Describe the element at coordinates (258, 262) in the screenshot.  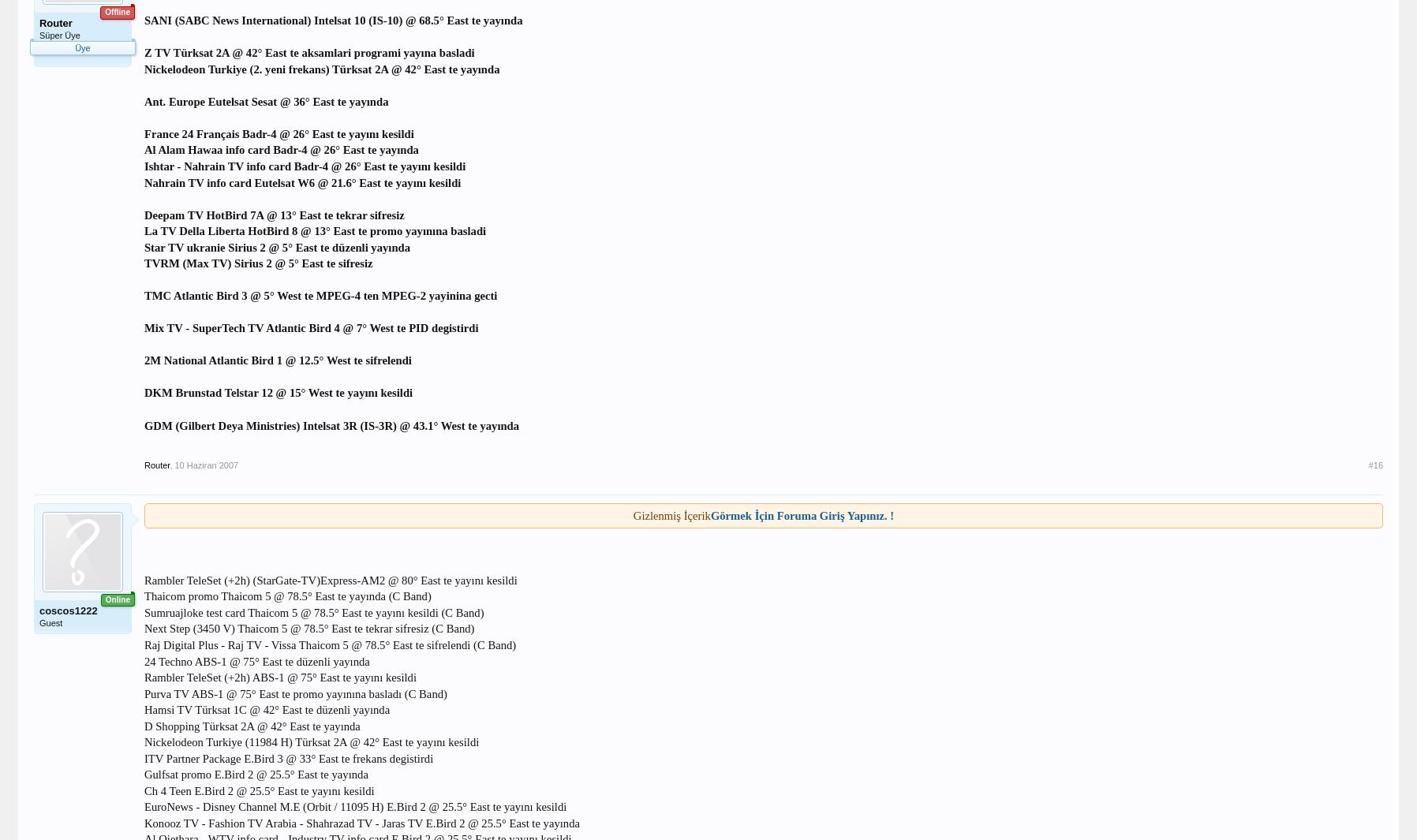
I see `'TVRM (Max TV) Sirius 2 @ 5° East te sifresiz'` at that location.